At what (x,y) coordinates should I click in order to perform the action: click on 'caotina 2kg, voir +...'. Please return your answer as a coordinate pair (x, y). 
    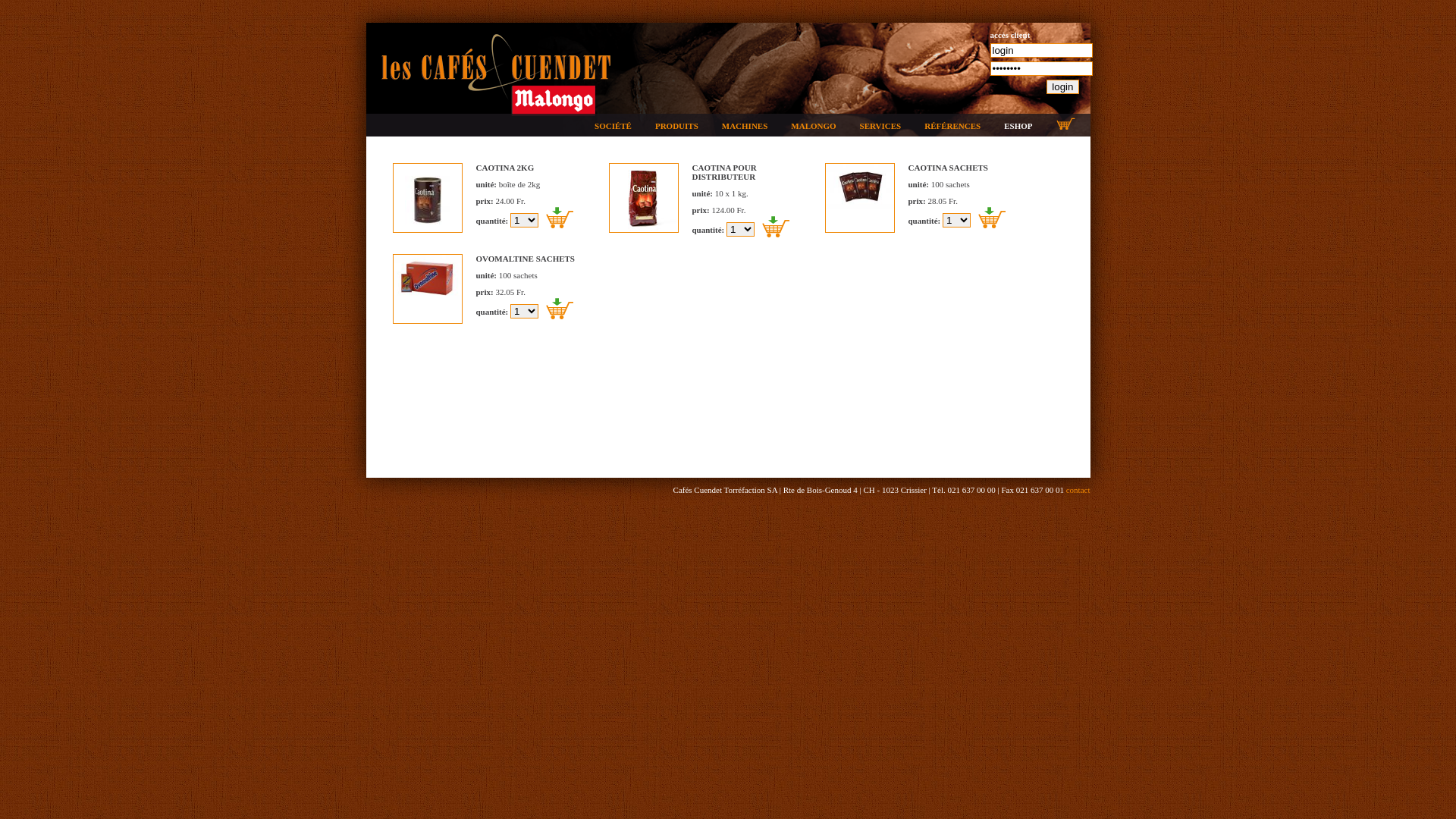
    Looking at the image, I should click on (426, 197).